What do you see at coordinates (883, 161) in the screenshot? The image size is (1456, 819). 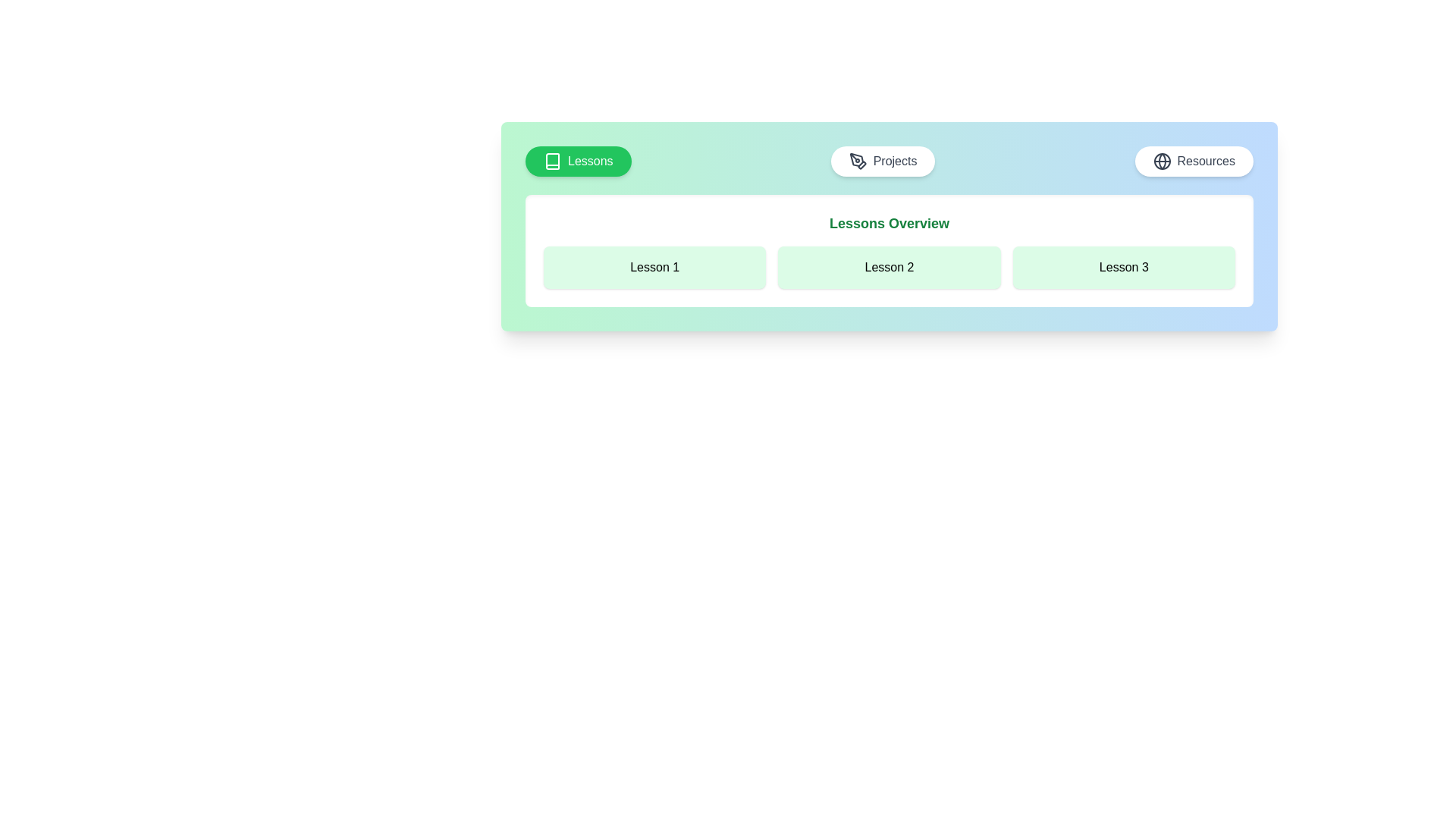 I see `the 'Projects' button, which is a rectangular button with rounded corners, a white background, and contains a pen tool icon on the left and dark-gray text on the right, located in the header section of the interface as the second button from the left` at bounding box center [883, 161].